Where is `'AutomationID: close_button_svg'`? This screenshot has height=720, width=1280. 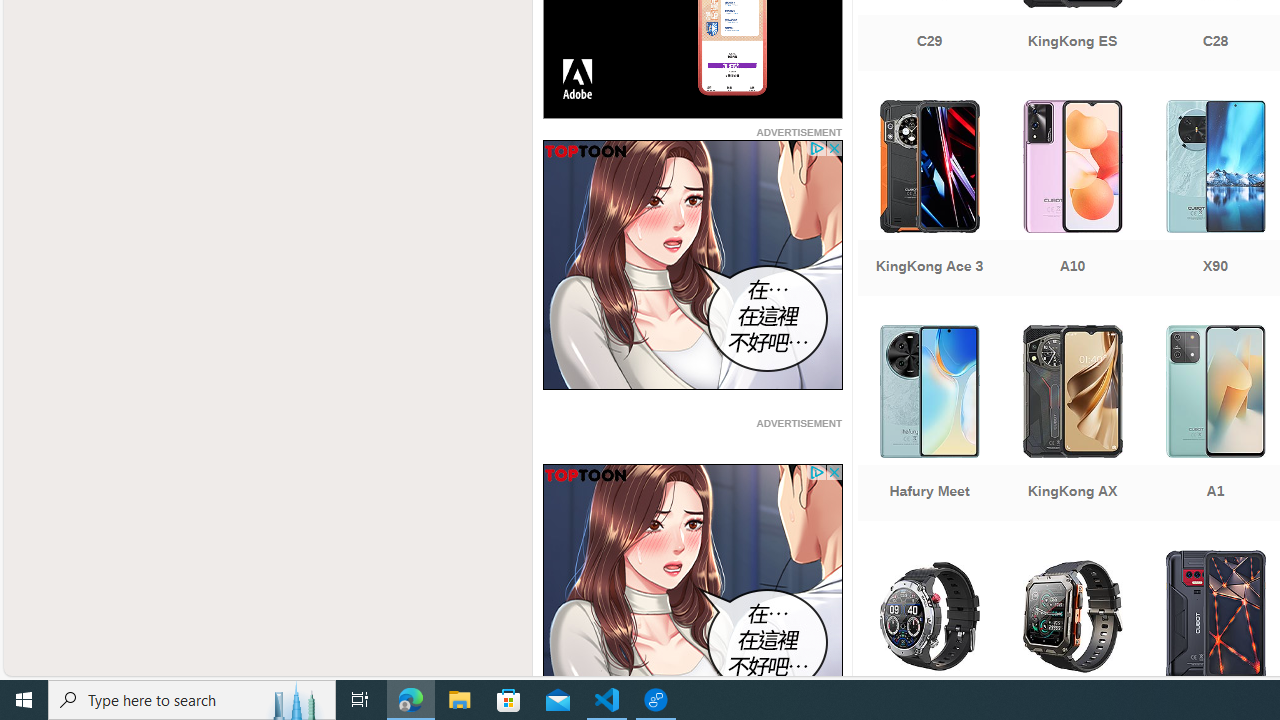 'AutomationID: close_button_svg' is located at coordinates (833, 473).